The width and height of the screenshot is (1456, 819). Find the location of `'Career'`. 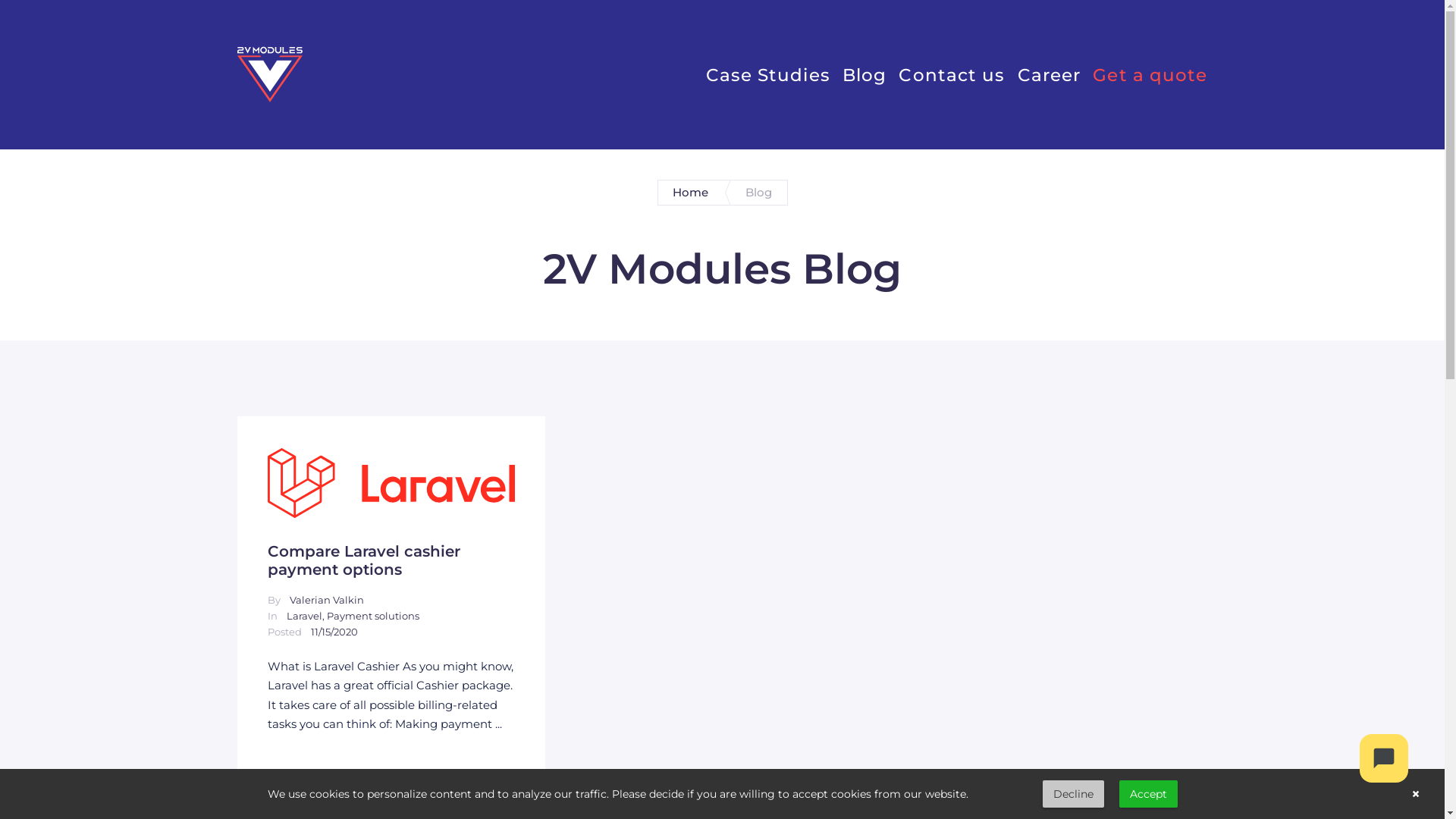

'Career' is located at coordinates (1048, 74).